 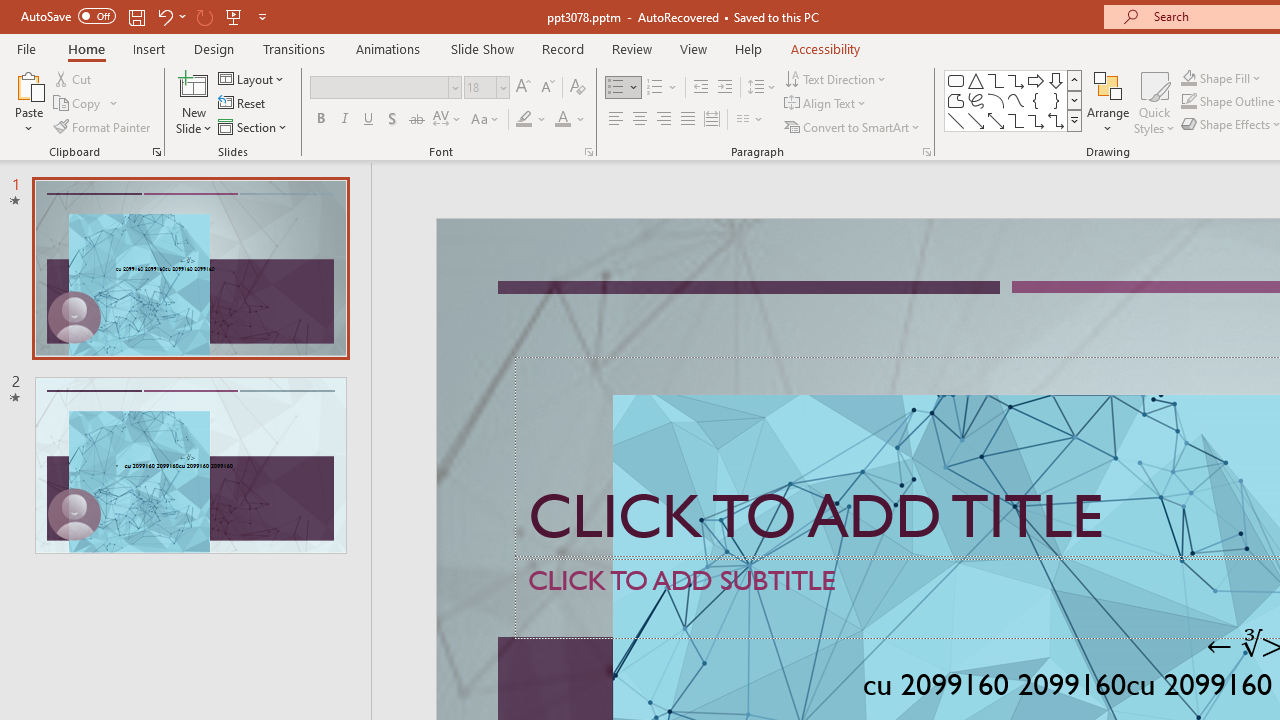 What do you see at coordinates (700, 86) in the screenshot?
I see `'Decrease Indent'` at bounding box center [700, 86].